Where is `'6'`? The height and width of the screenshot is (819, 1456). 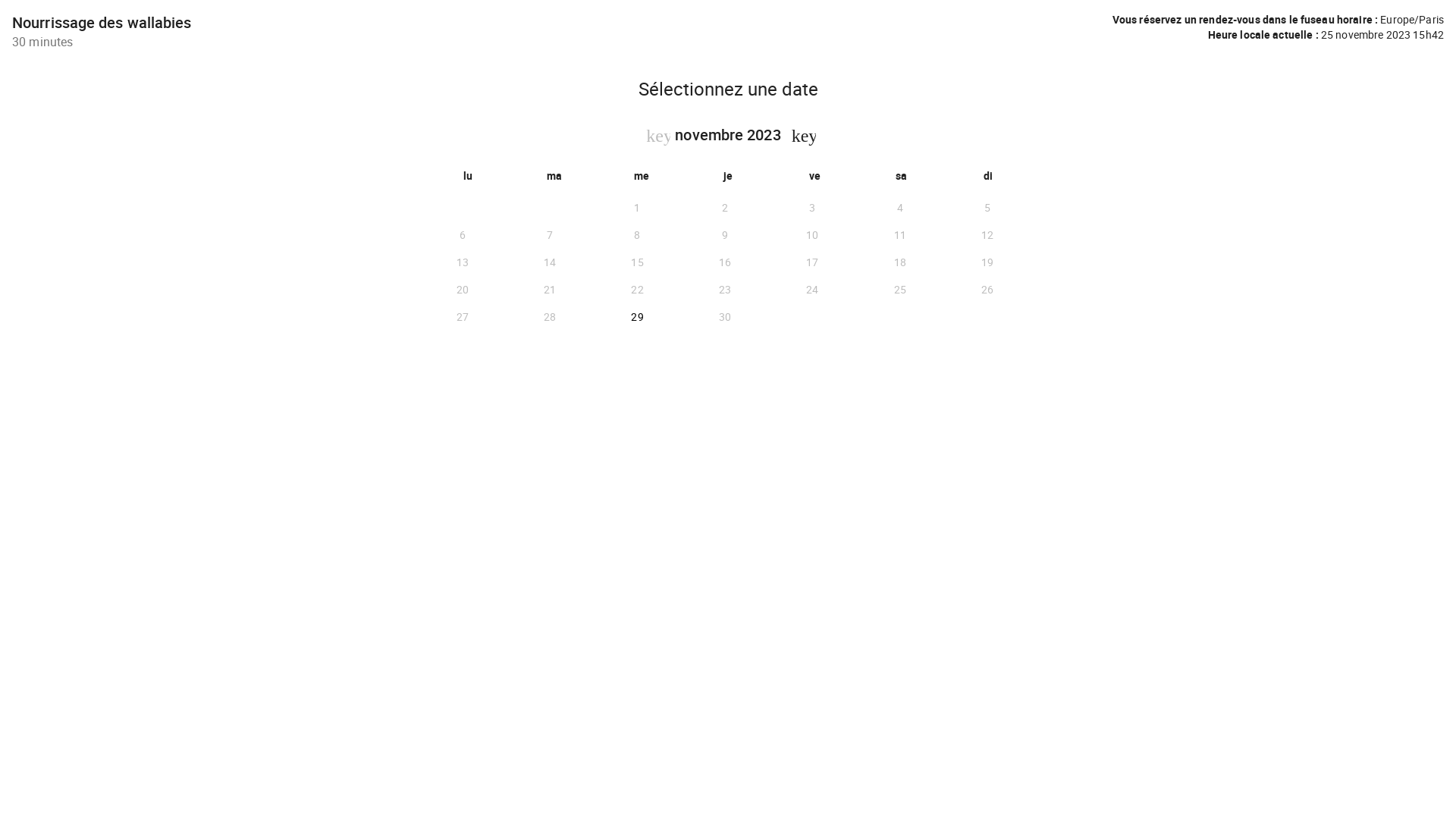 '6' is located at coordinates (461, 234).